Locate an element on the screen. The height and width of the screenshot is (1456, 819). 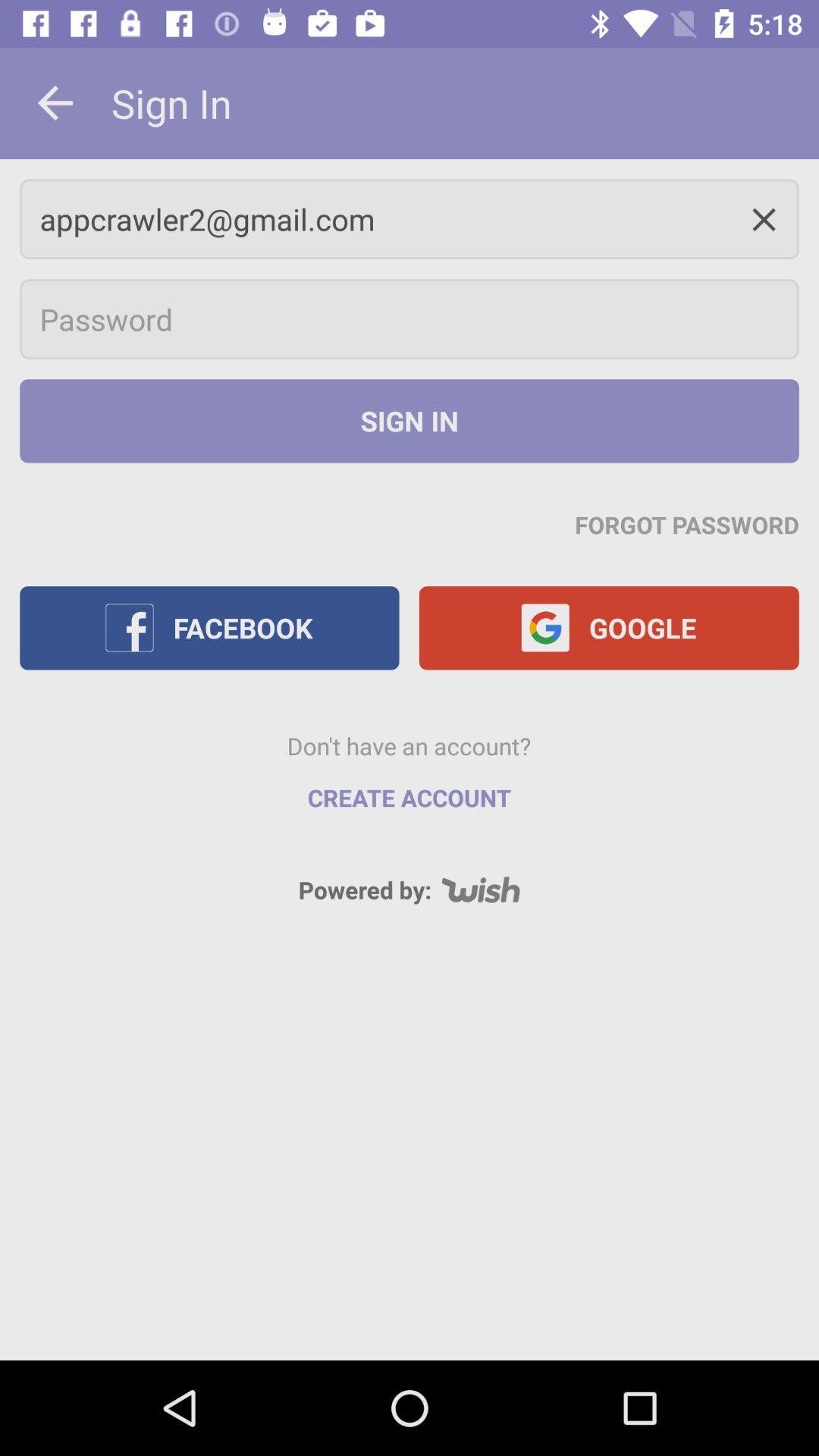
item below the sign in is located at coordinates (409, 218).